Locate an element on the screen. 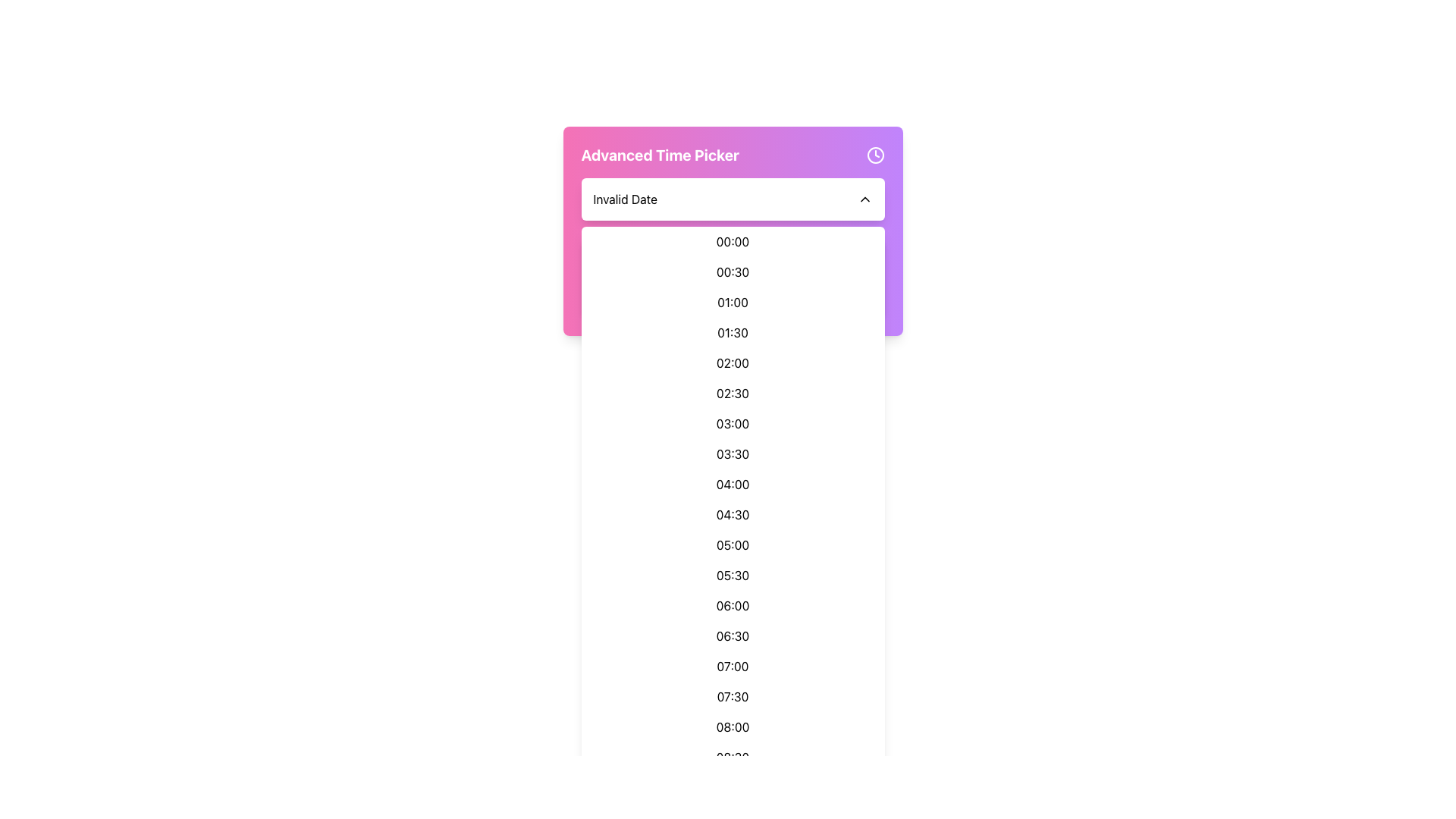  the list item displaying '04:30', which is the 10th time option in the dropdown menu, positioned between '04:00' and '05:00' is located at coordinates (733, 513).